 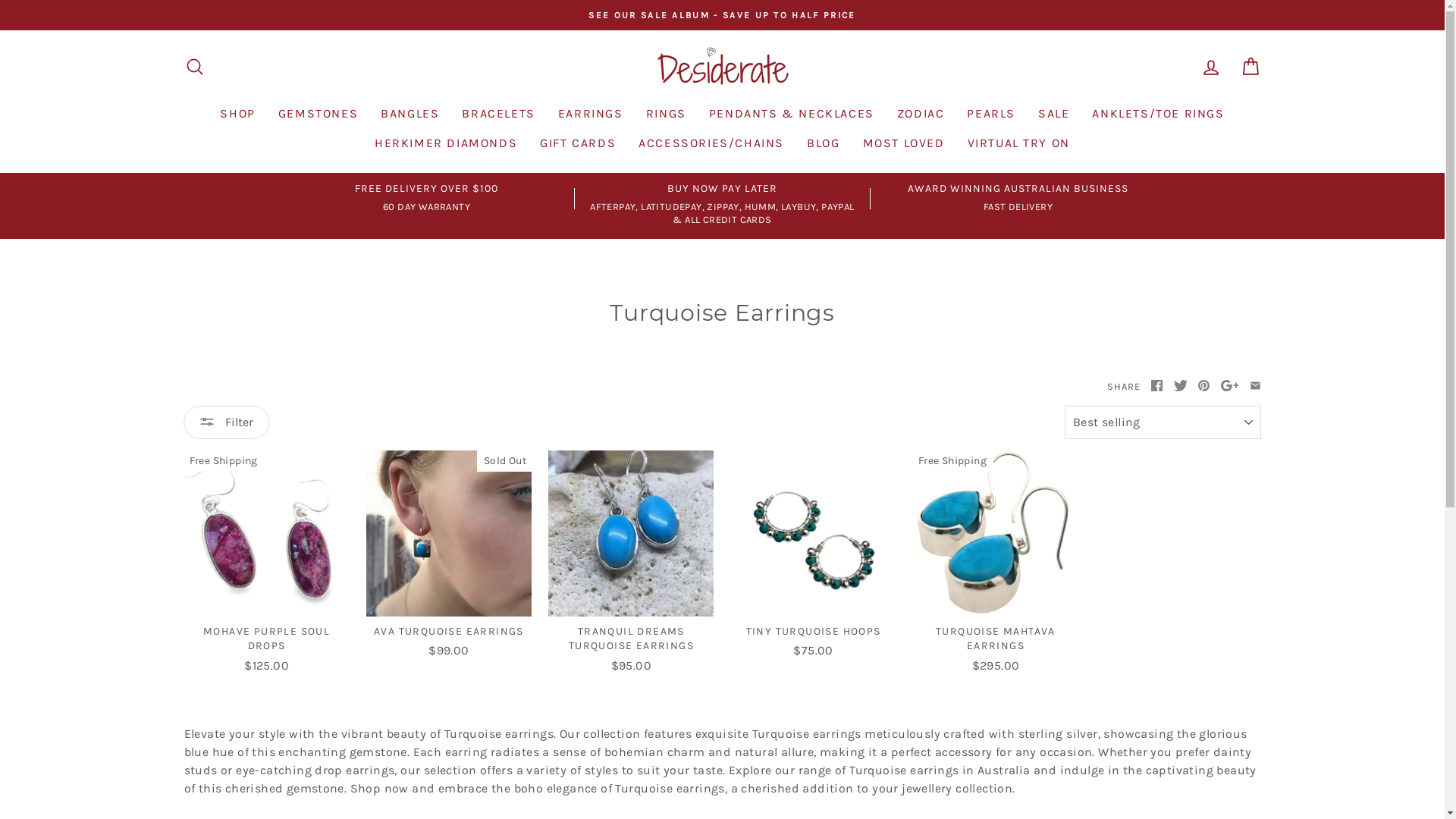 I want to click on 'HERKIMER DIAMONDS', so click(x=445, y=143).